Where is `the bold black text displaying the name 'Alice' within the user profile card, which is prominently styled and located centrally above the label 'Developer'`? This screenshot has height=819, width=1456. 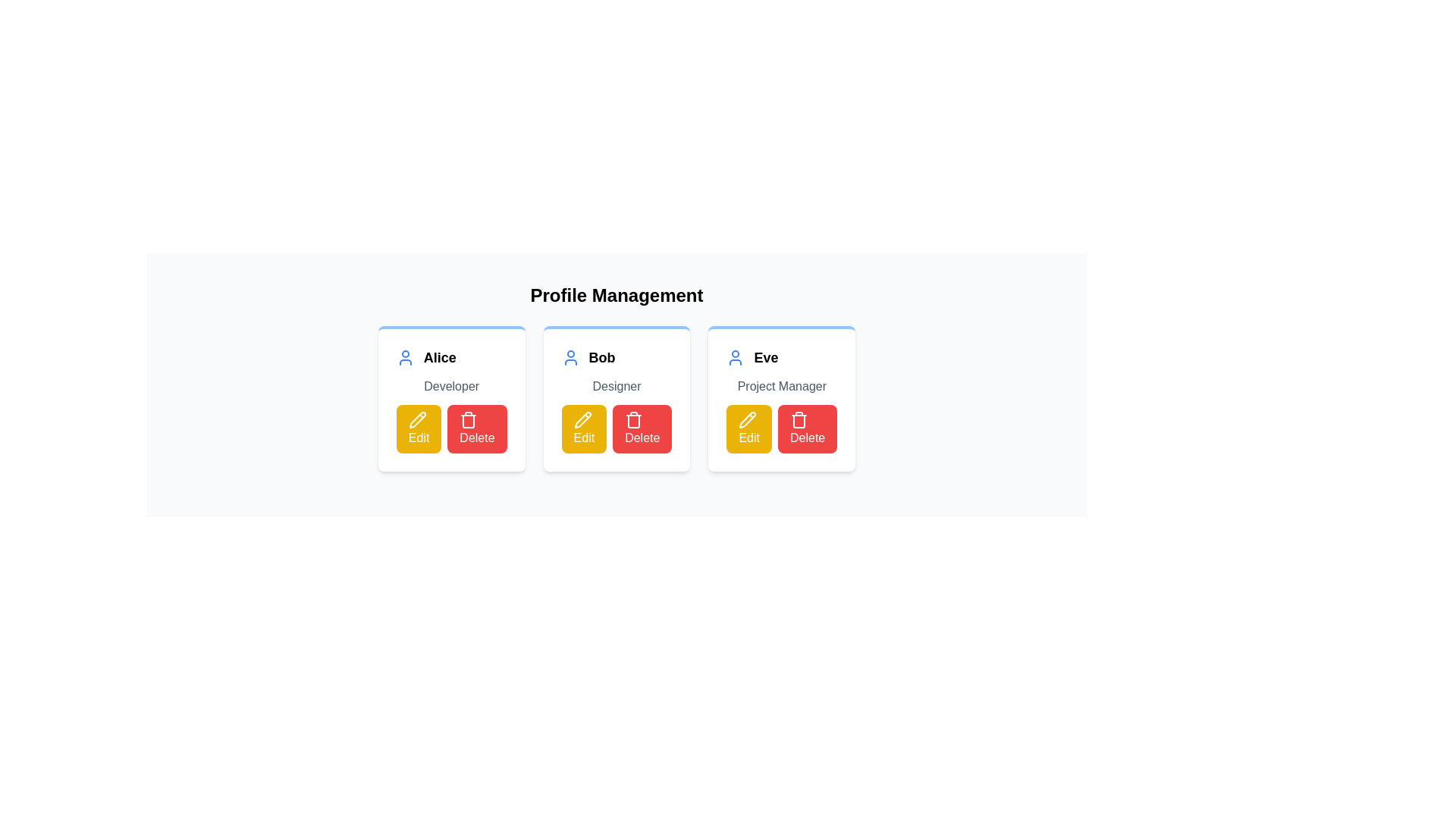
the bold black text displaying the name 'Alice' within the user profile card, which is prominently styled and located centrally above the label 'Developer' is located at coordinates (439, 357).